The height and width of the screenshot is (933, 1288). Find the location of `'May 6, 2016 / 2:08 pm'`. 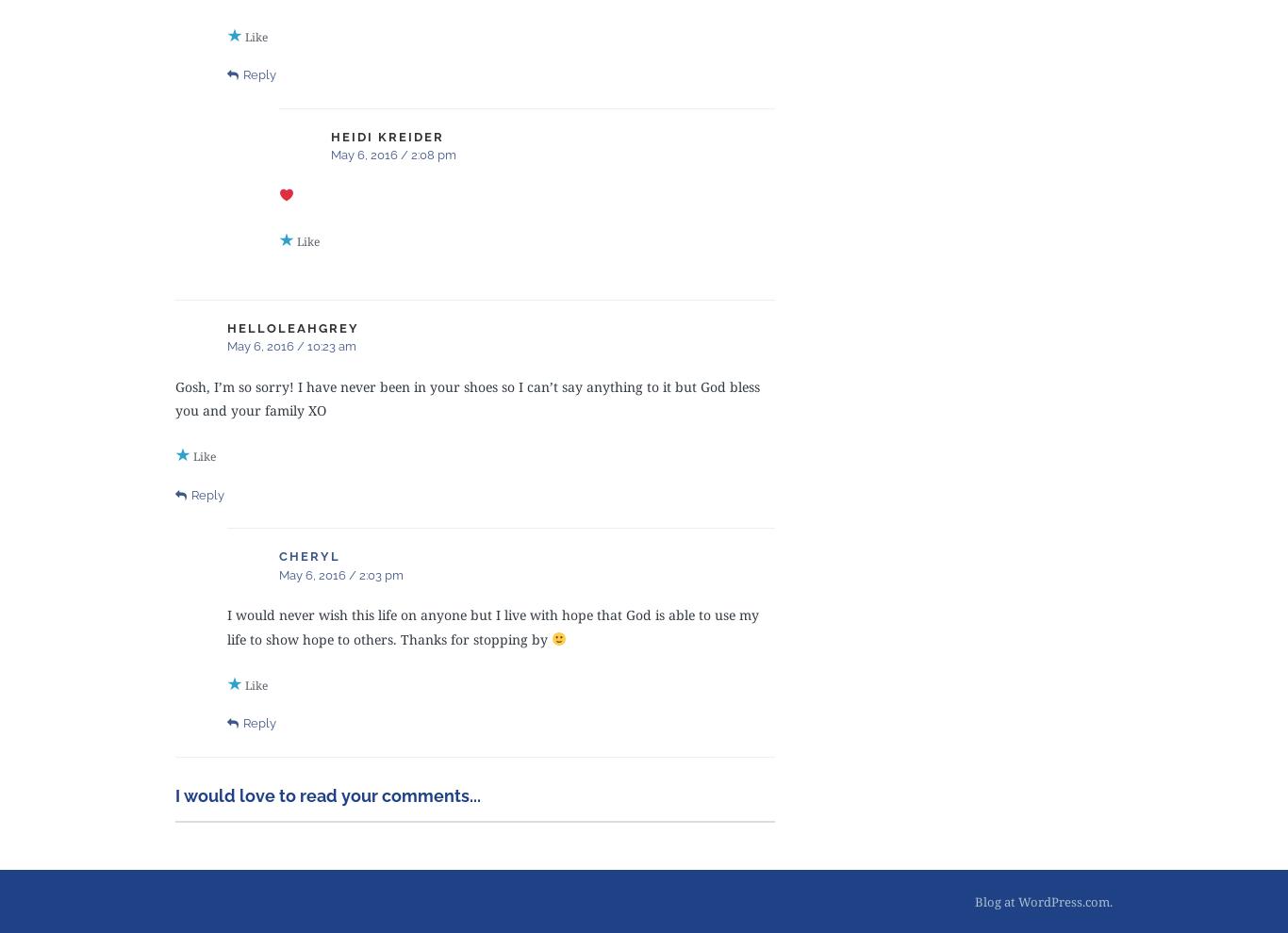

'May 6, 2016 / 2:08 pm' is located at coordinates (330, 155).